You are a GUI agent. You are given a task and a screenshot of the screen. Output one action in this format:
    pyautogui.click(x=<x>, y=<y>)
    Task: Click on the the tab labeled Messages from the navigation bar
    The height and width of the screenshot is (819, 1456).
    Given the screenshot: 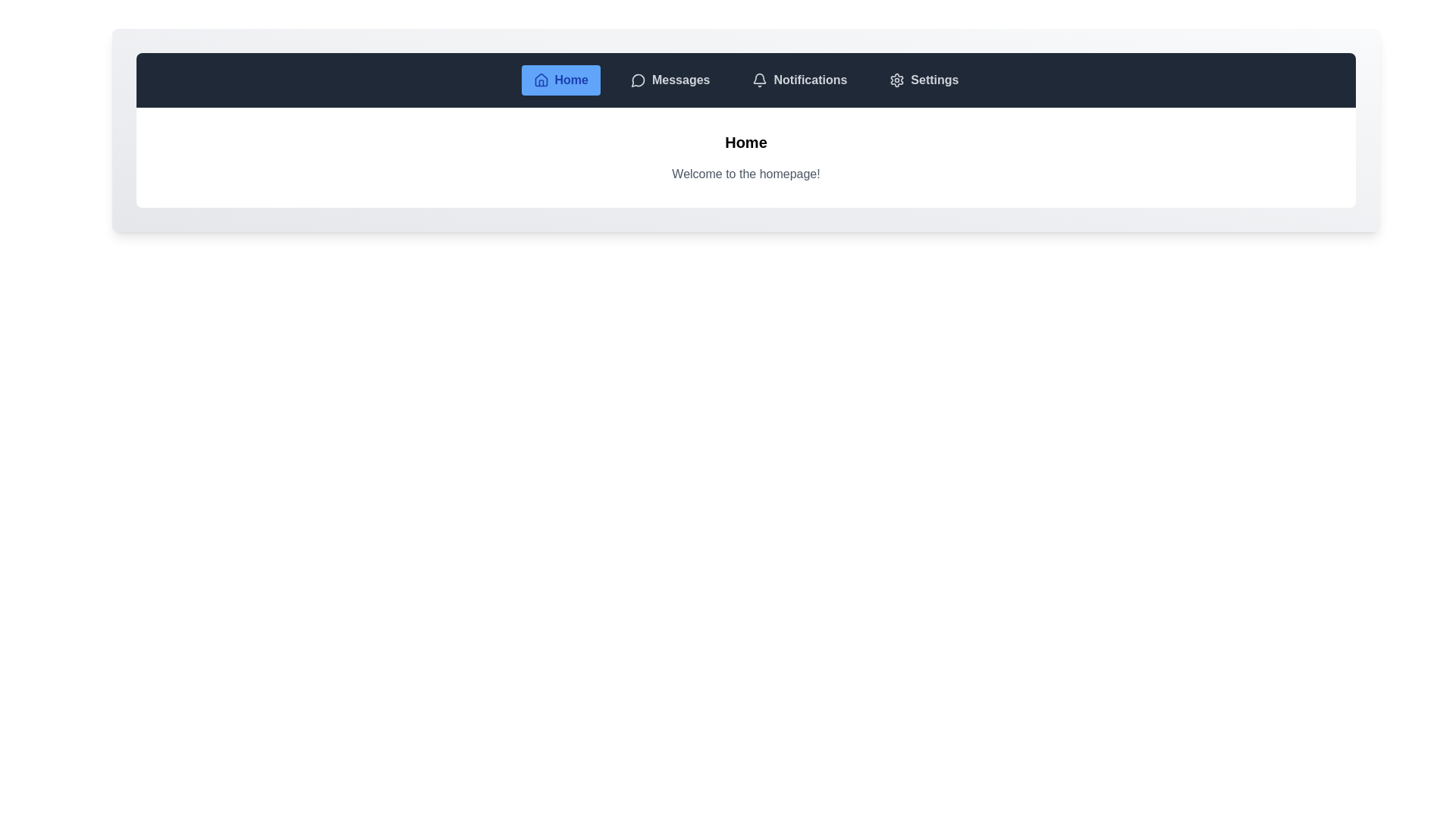 What is the action you would take?
    pyautogui.click(x=670, y=80)
    